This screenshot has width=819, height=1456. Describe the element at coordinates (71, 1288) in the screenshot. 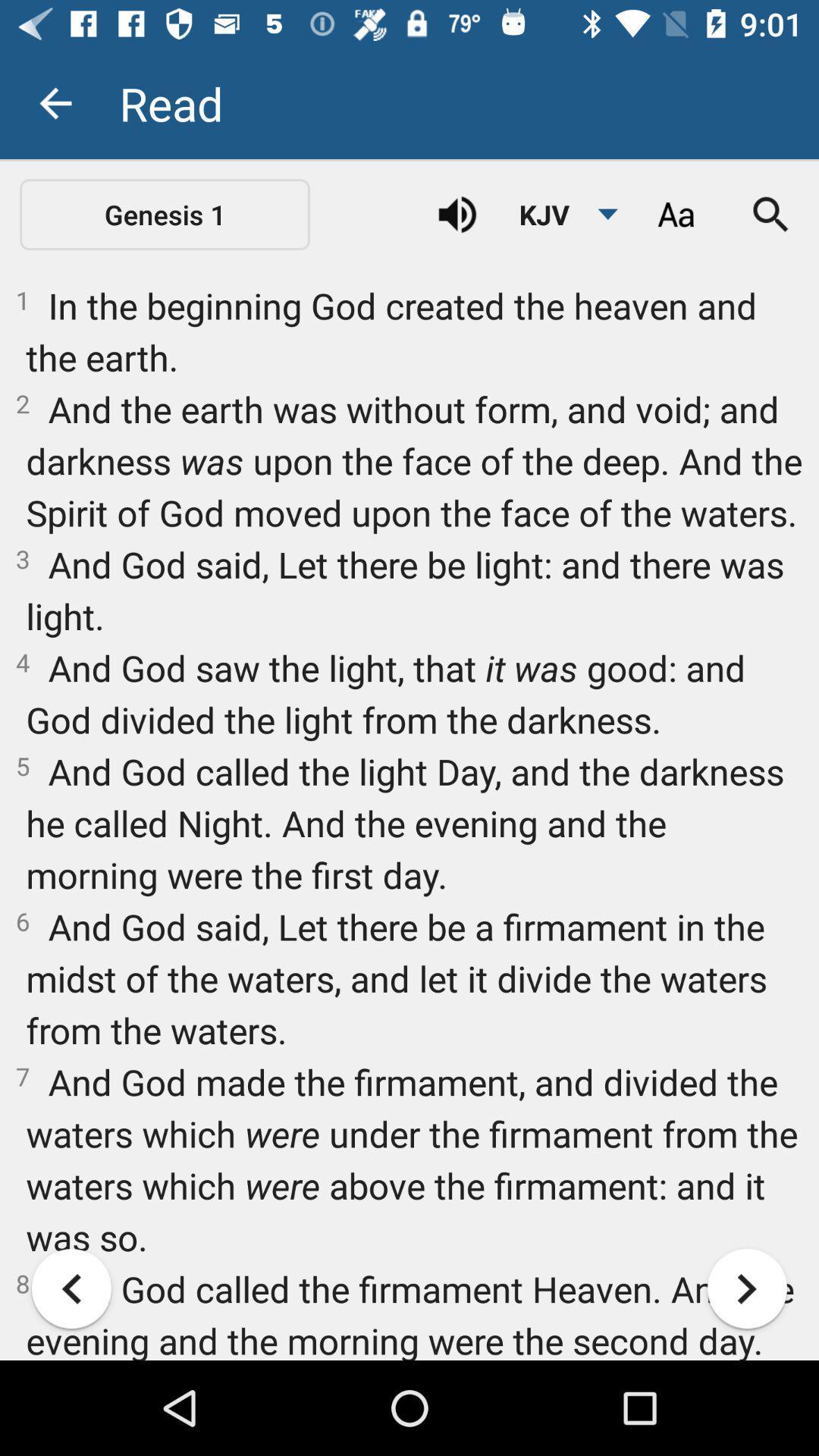

I see `item at the bottom left corner` at that location.